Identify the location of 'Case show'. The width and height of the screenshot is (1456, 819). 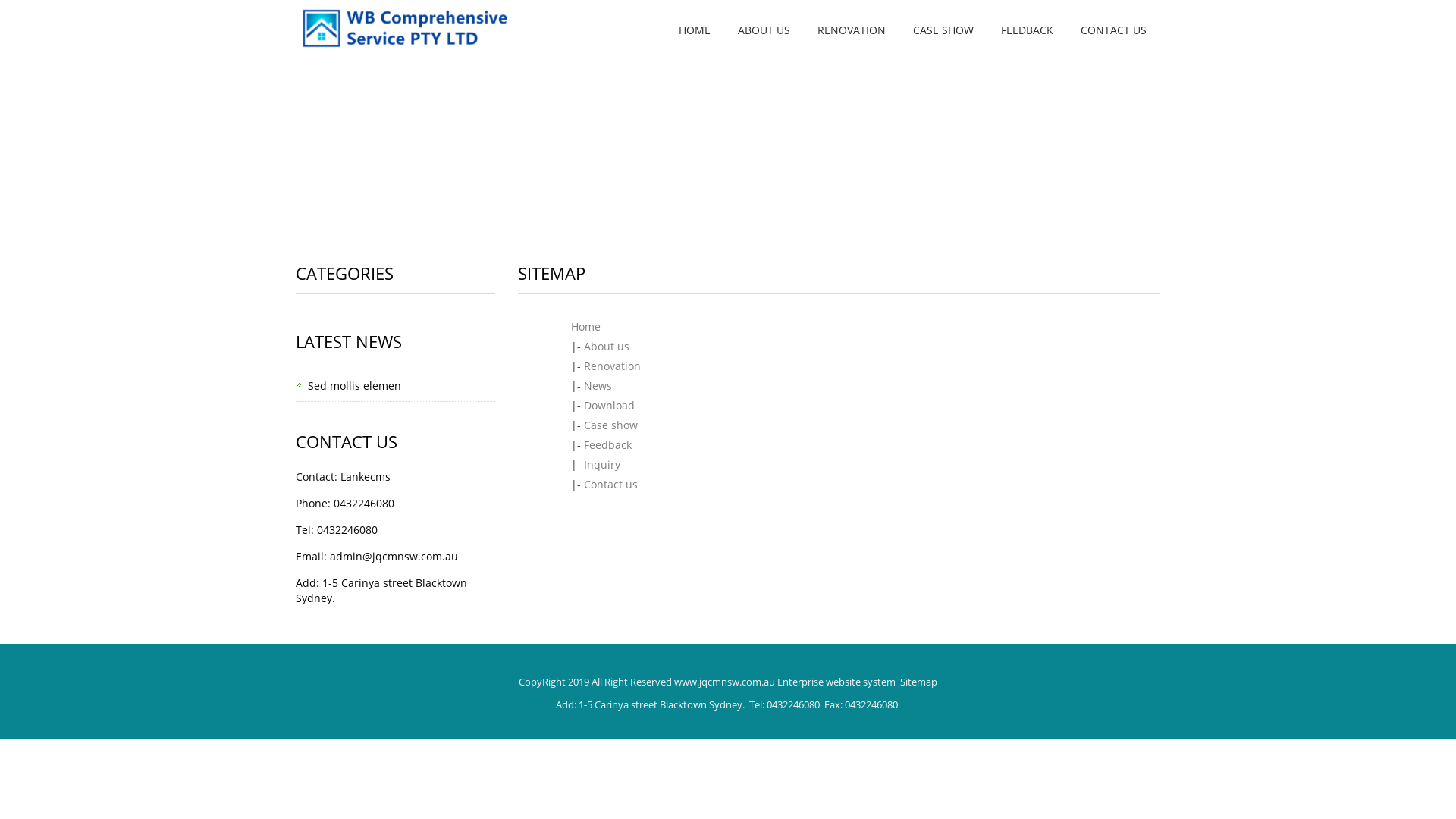
(610, 425).